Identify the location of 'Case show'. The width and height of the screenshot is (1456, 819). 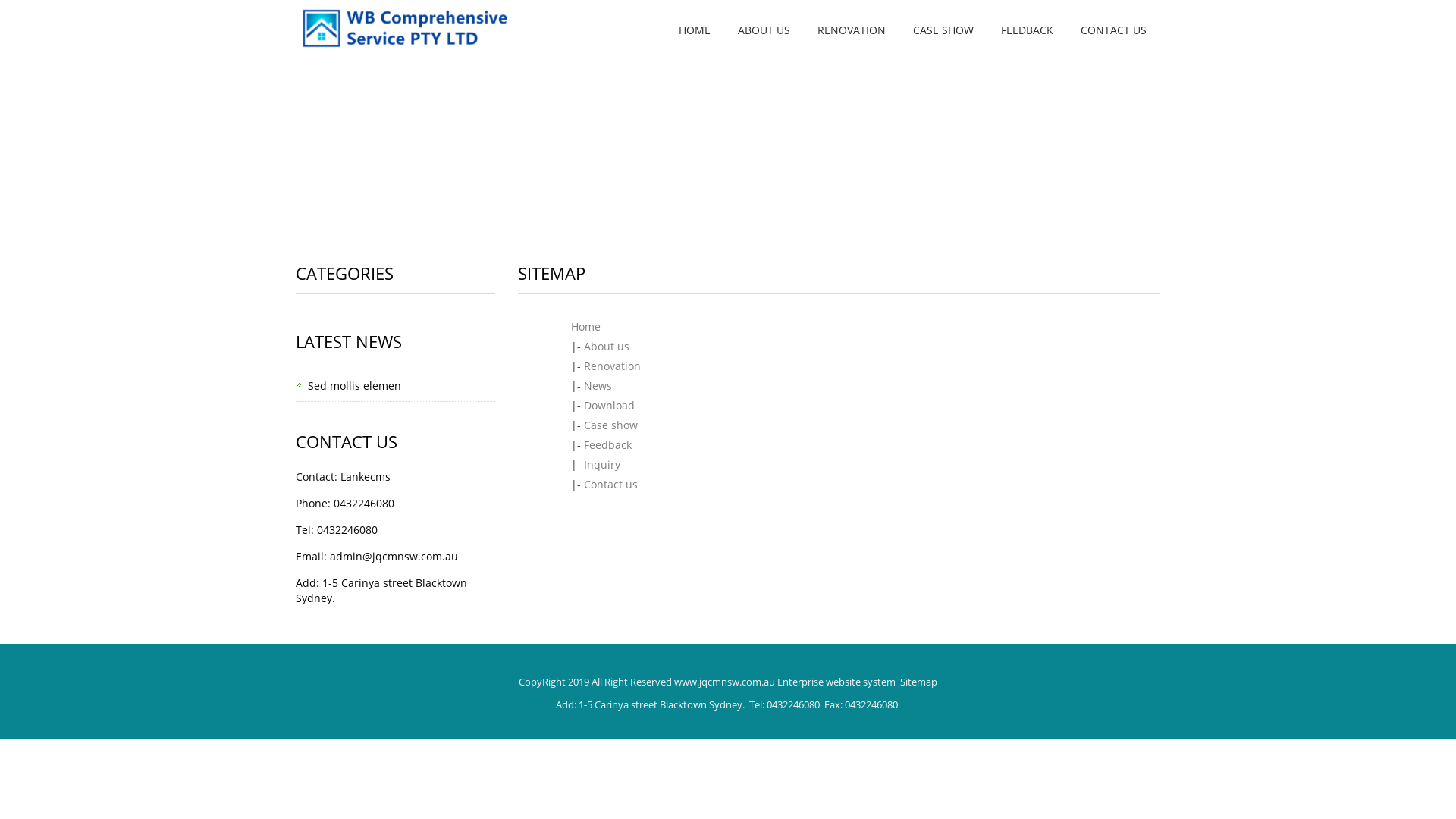
(610, 425).